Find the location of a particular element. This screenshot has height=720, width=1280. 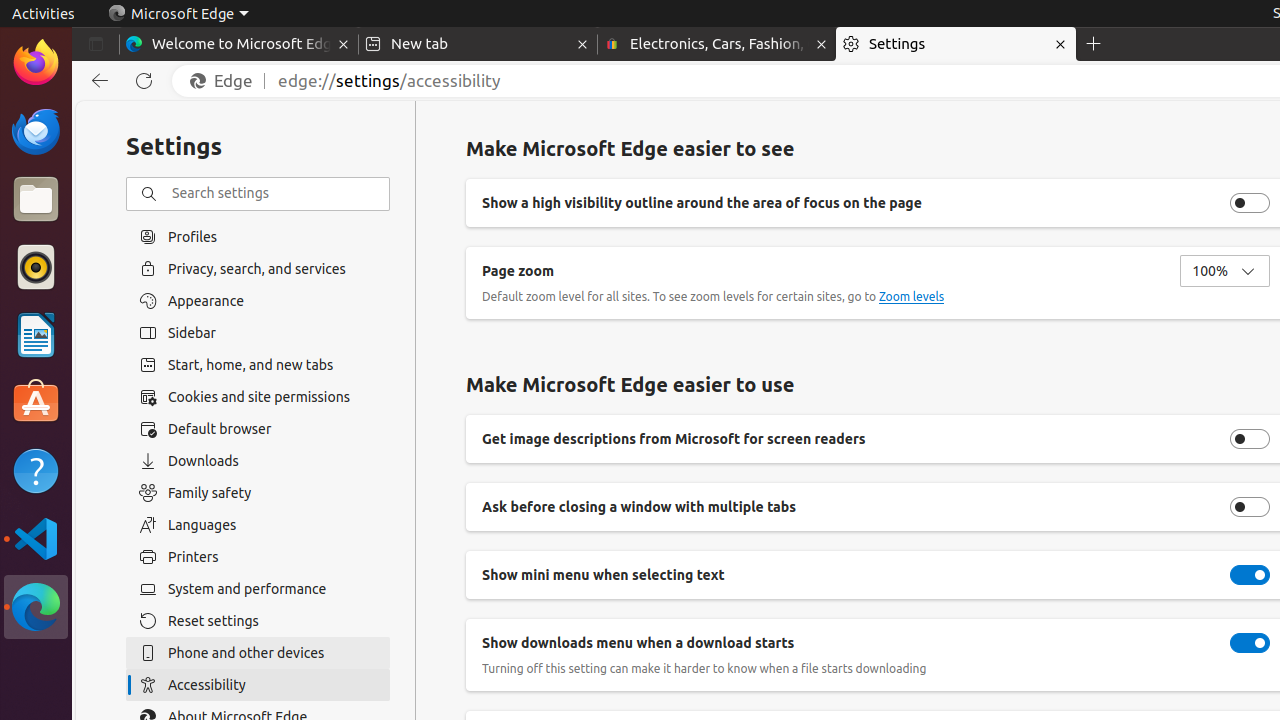

'Show a high visibility outline around the area of focus on the page' is located at coordinates (1249, 202).